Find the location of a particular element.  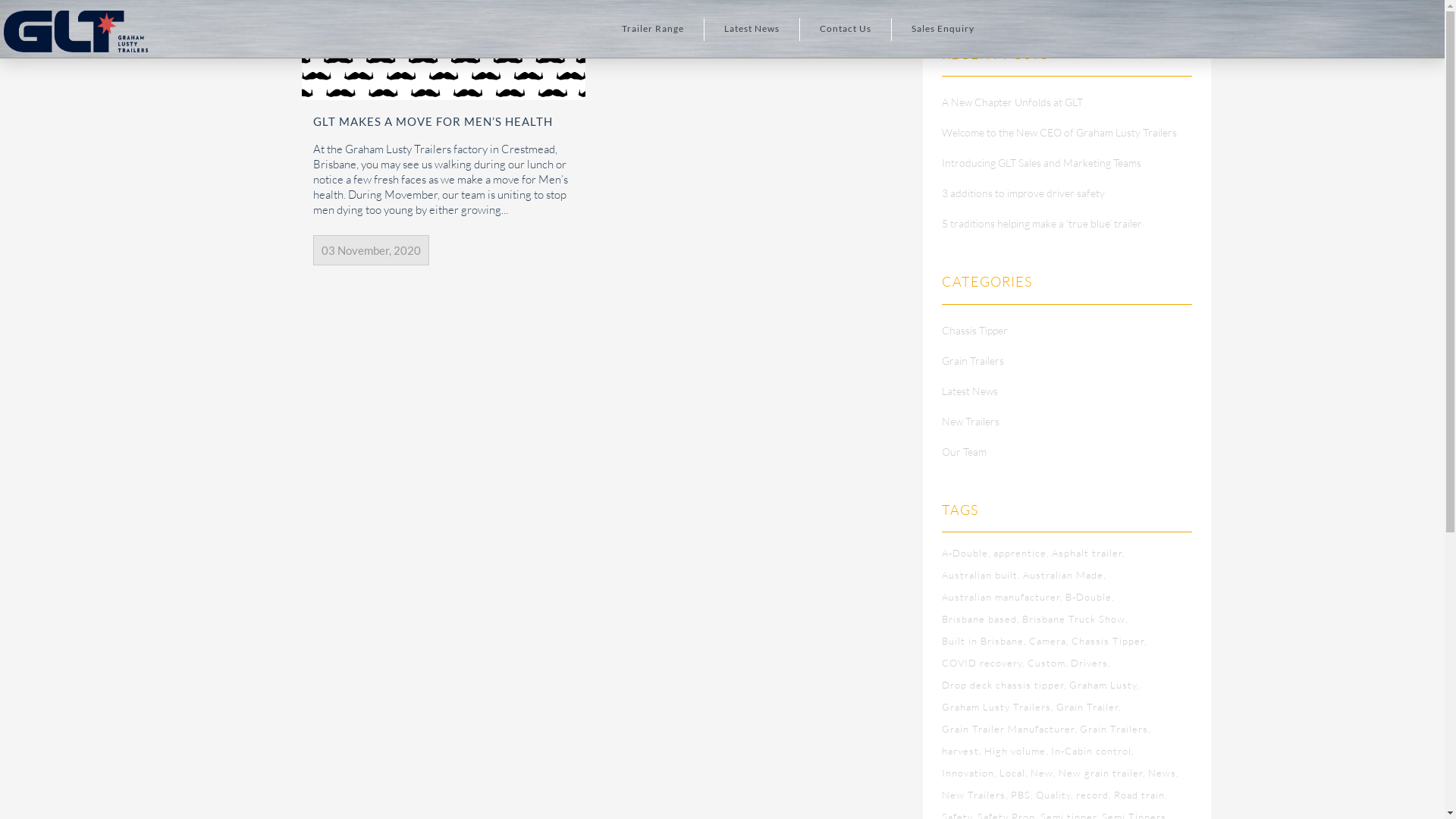

'In-Cabin control' is located at coordinates (1092, 751).